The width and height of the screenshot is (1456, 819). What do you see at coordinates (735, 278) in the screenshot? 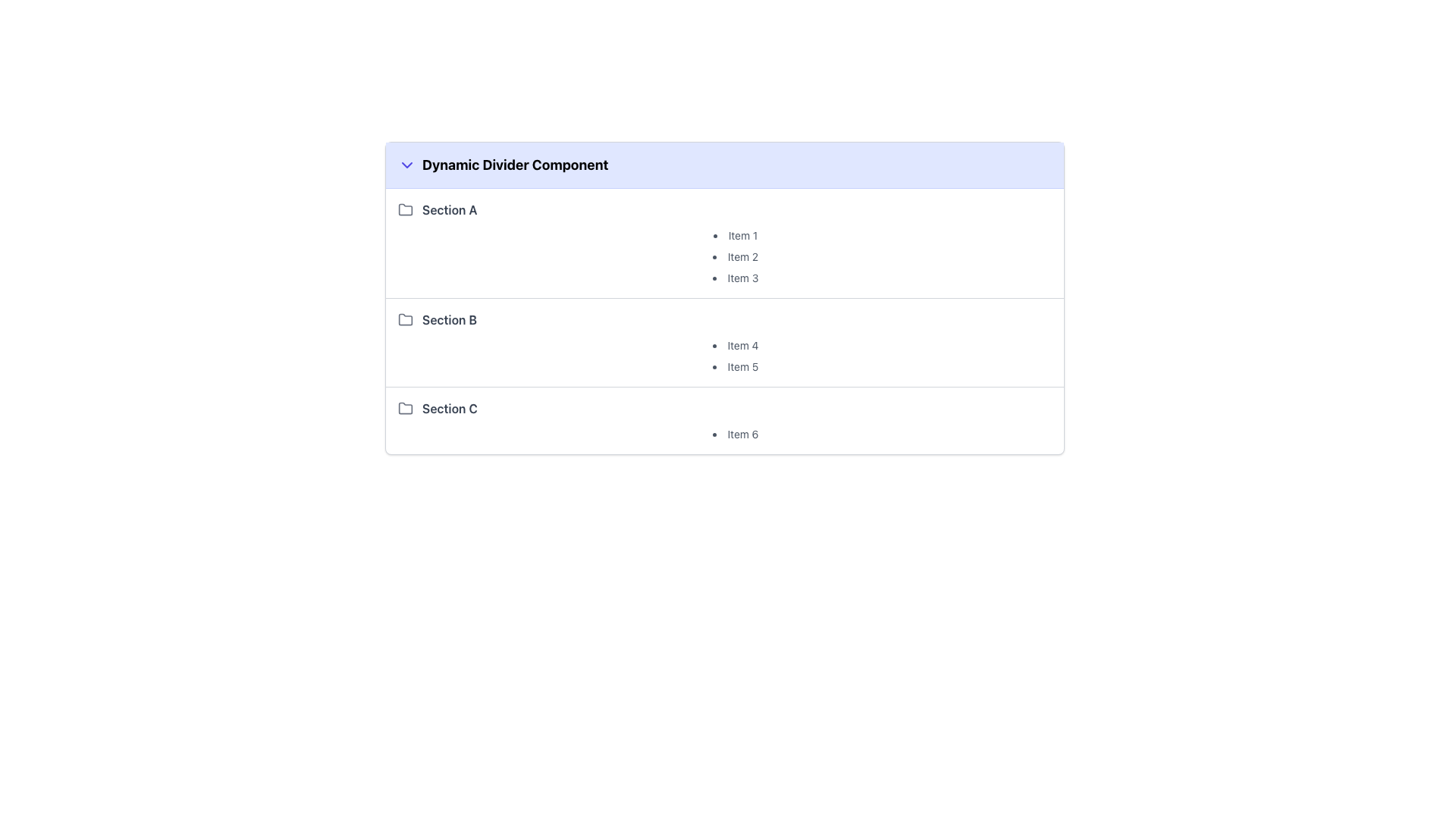
I see `text element labeled 'Item 3', which is styled in gray color and is the third item in the unordered list under 'Section A'` at bounding box center [735, 278].